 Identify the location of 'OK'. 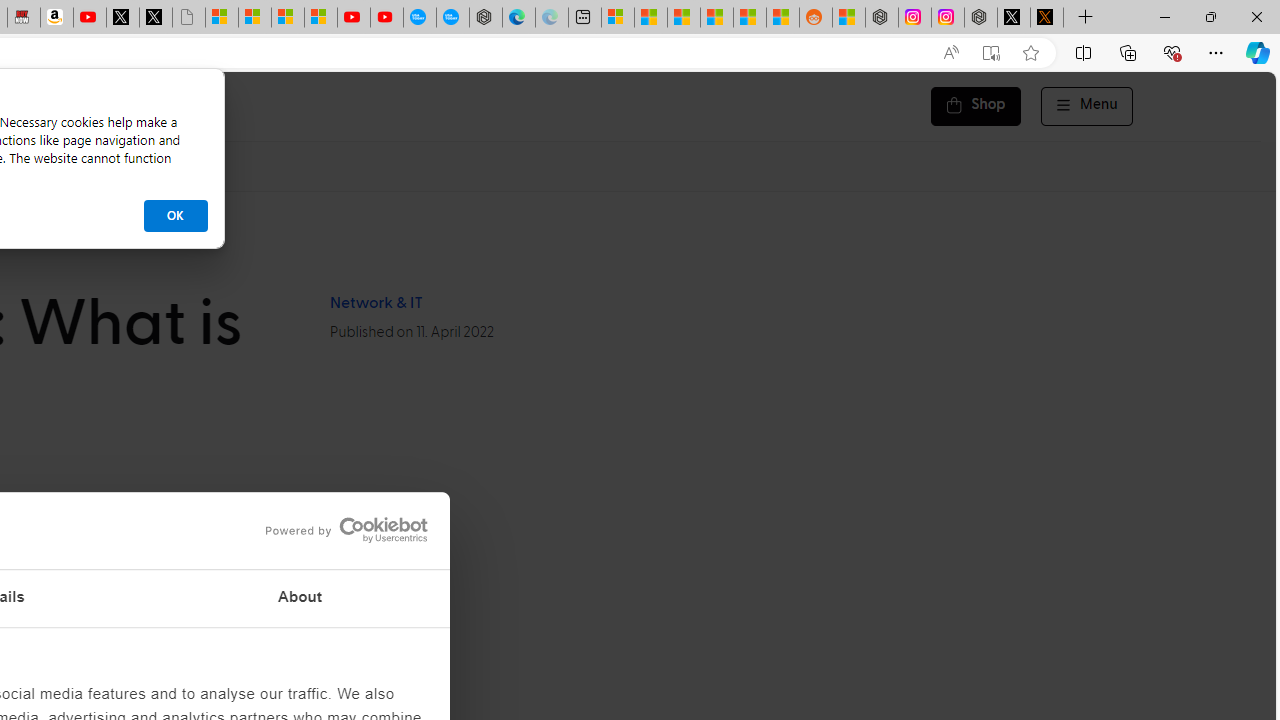
(175, 216).